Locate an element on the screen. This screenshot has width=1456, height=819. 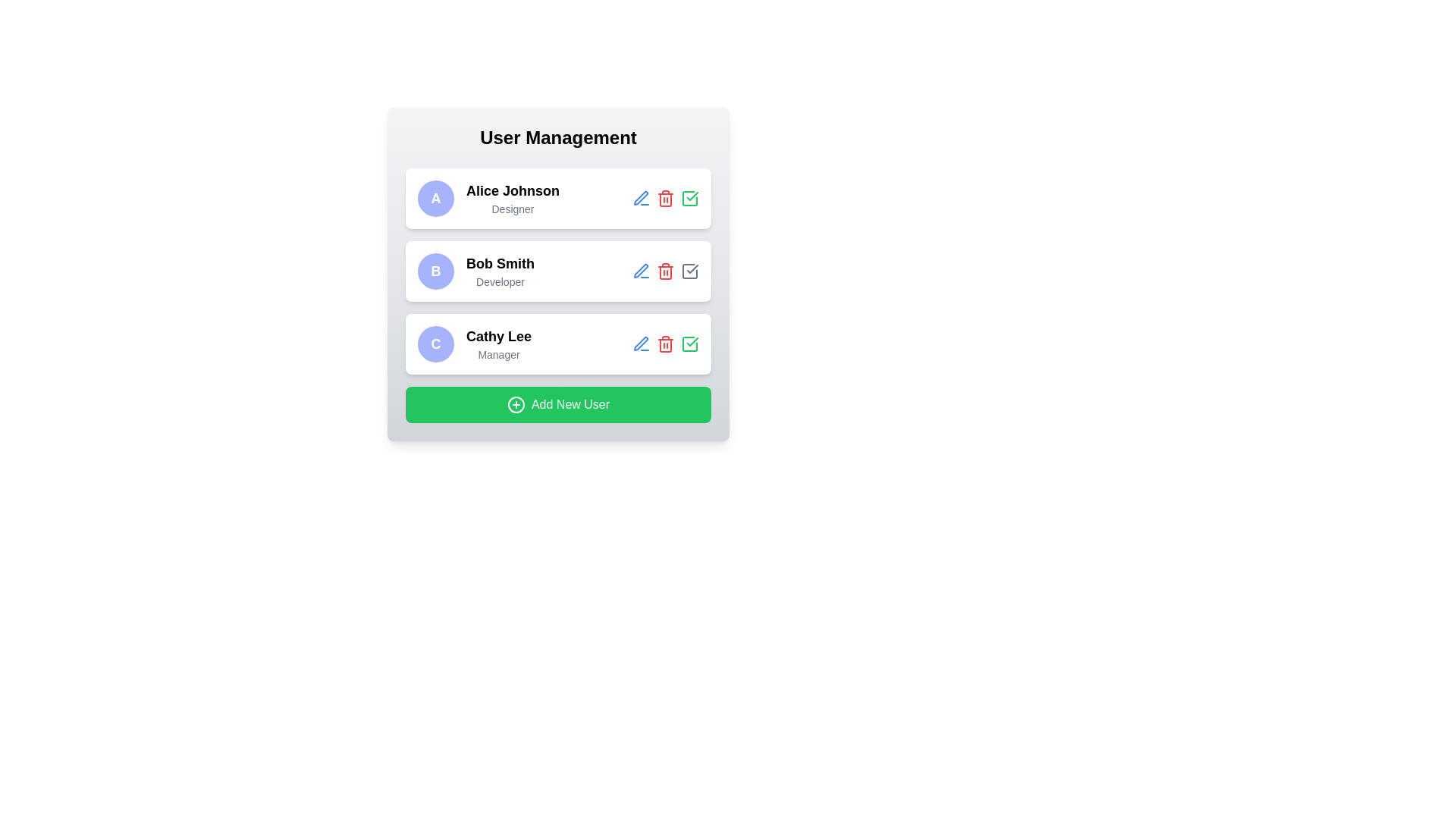
the user's name text label, which is part of the second entry in the user list and is positioned above the text 'Developer' and to the right of the circular icon containing 'B' is located at coordinates (500, 262).